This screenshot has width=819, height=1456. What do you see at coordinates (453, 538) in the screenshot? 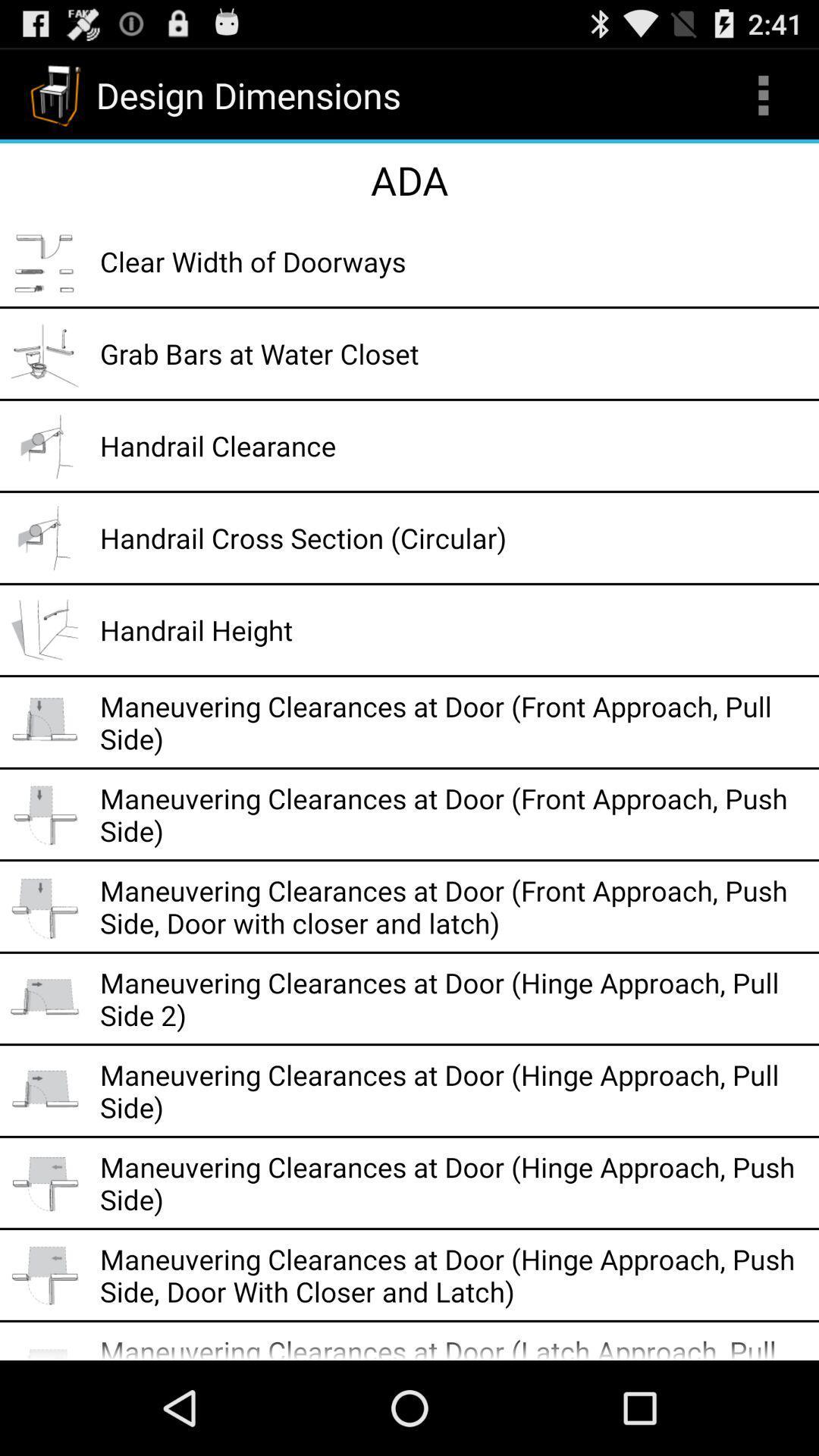
I see `handrail cross section` at bounding box center [453, 538].